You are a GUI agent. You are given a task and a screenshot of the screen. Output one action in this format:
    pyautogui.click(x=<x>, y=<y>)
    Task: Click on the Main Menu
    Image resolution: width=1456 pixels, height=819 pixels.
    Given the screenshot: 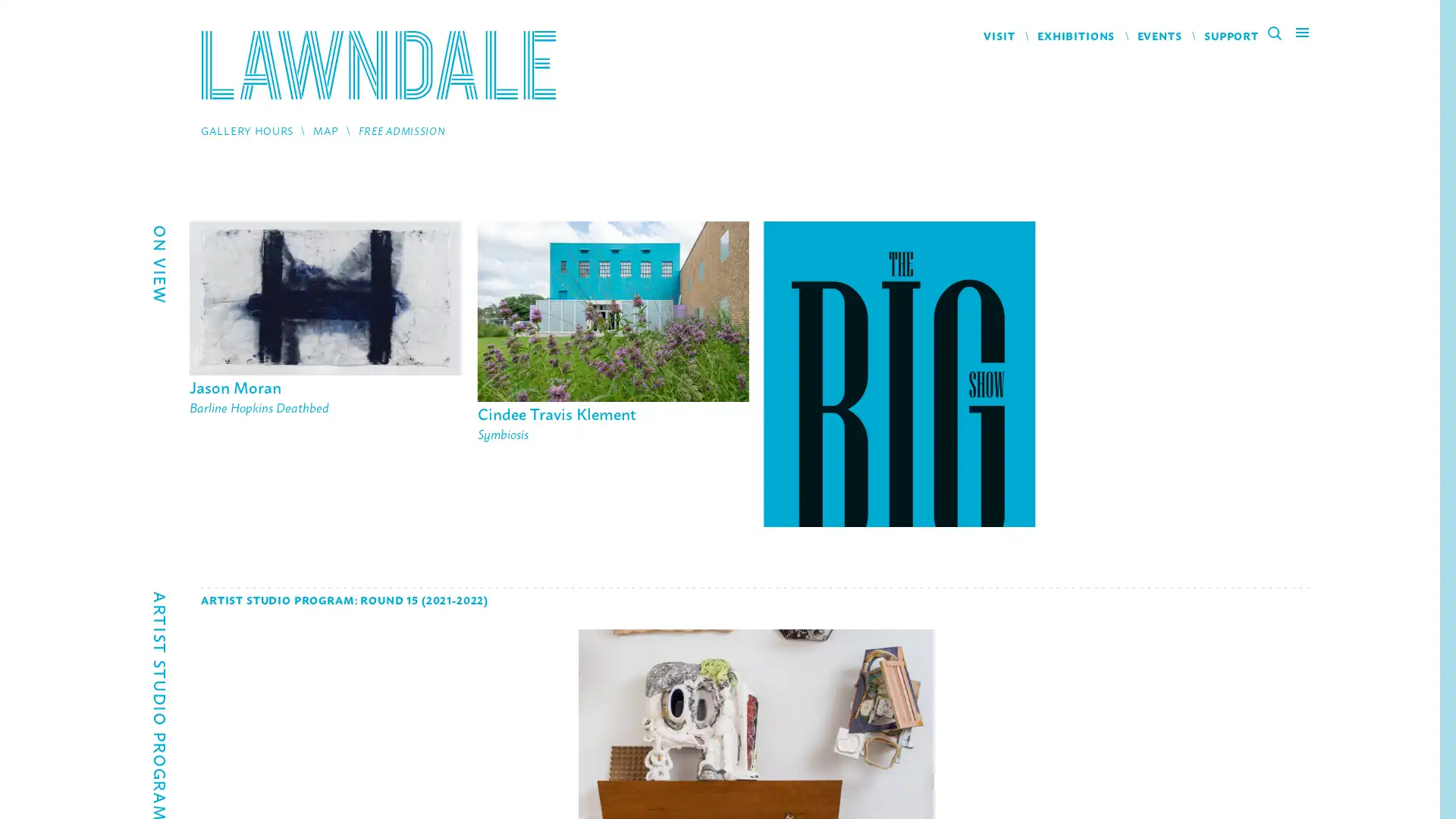 What is the action you would take?
    pyautogui.click(x=1301, y=35)
    